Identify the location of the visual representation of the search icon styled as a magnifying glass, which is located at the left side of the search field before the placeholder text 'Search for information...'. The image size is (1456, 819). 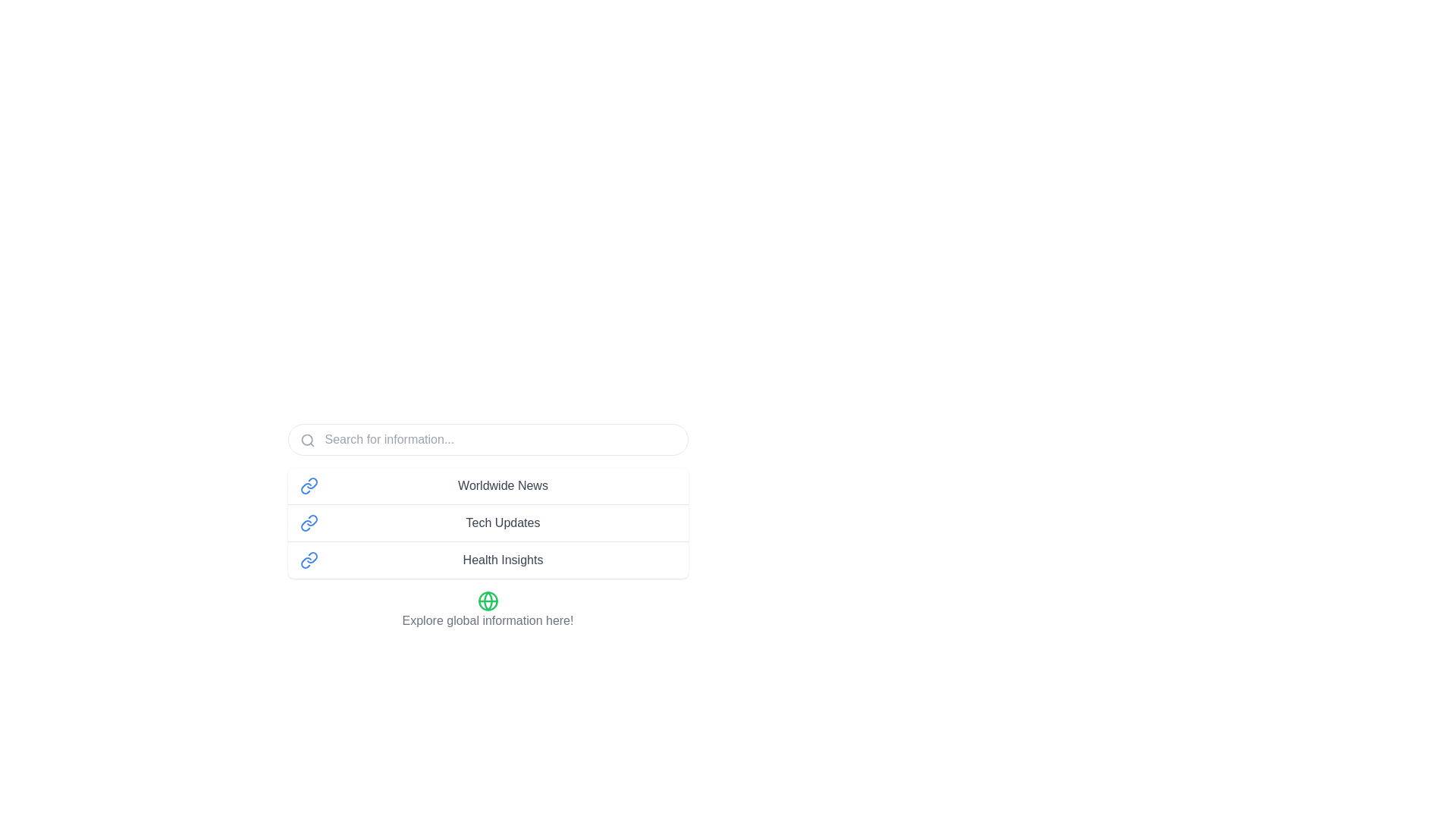
(306, 441).